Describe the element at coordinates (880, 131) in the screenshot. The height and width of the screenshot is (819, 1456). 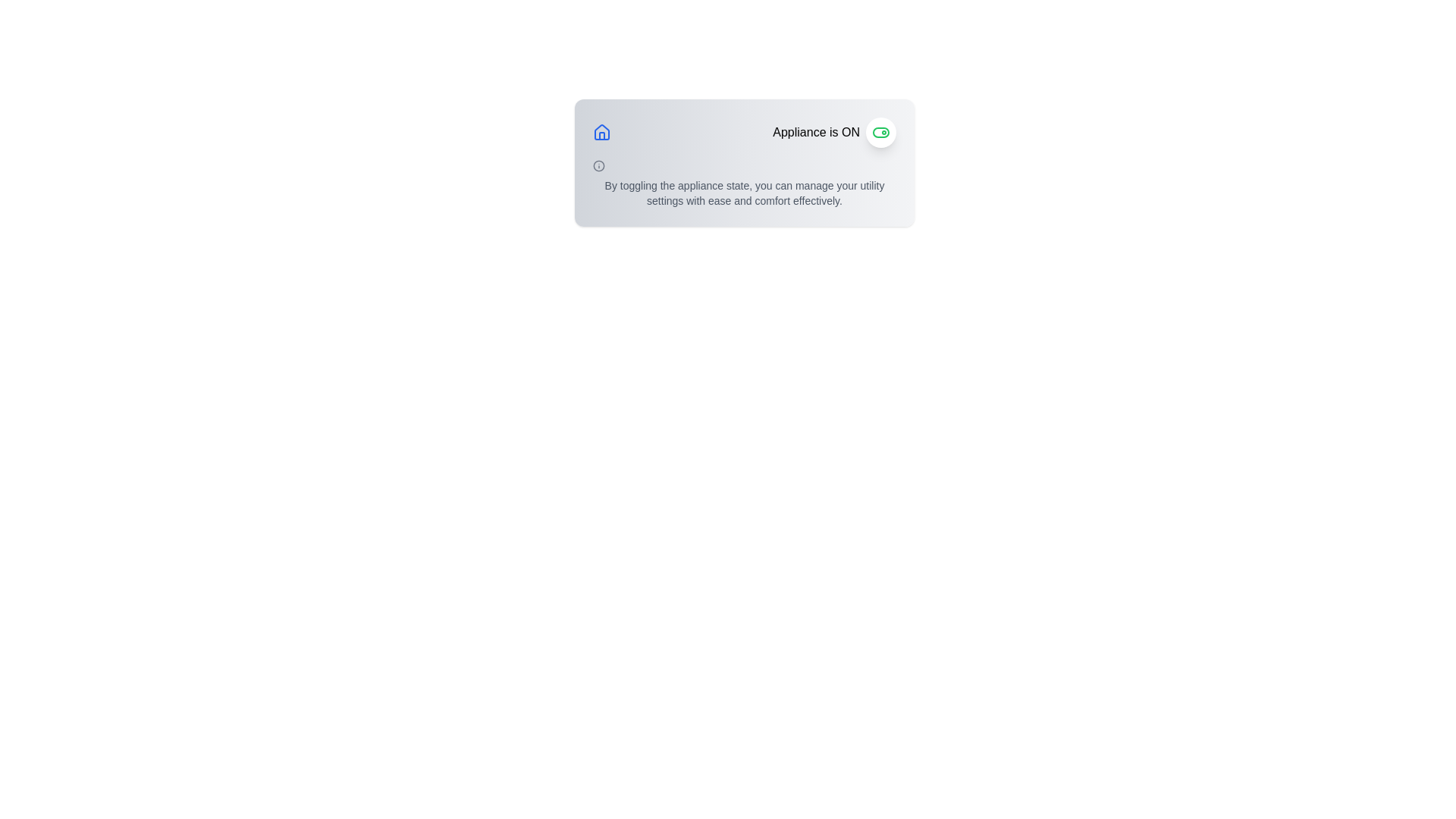
I see `the toggle switch located to the right of the text 'Appliance is ON' to switch its state` at that location.